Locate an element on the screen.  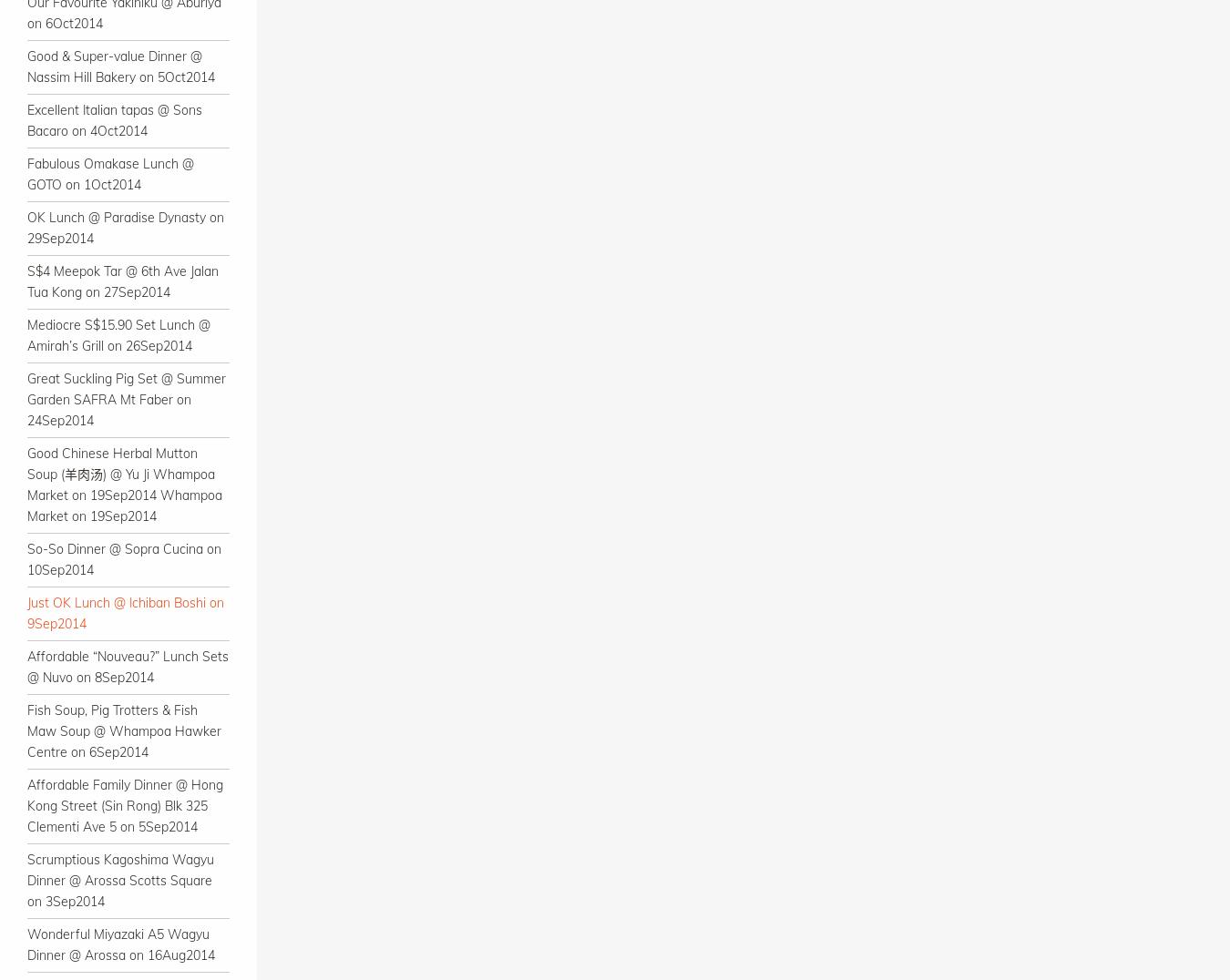
'Fish Soup, Pig Trotters & Fish Maw Soup @ Whampoa Hawker Centre on 6Sep2014' is located at coordinates (124, 731).